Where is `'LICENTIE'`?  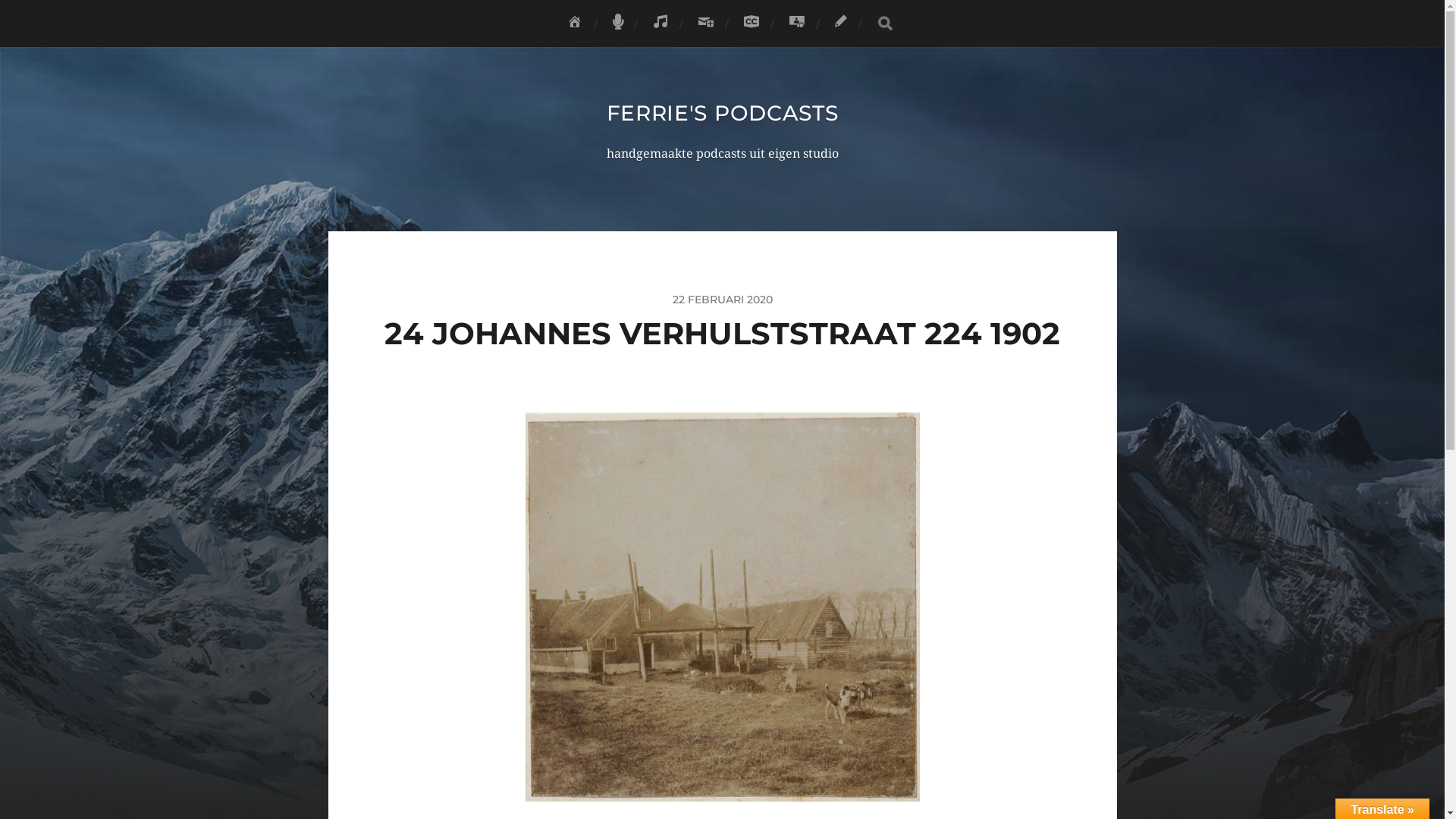 'LICENTIE' is located at coordinates (751, 23).